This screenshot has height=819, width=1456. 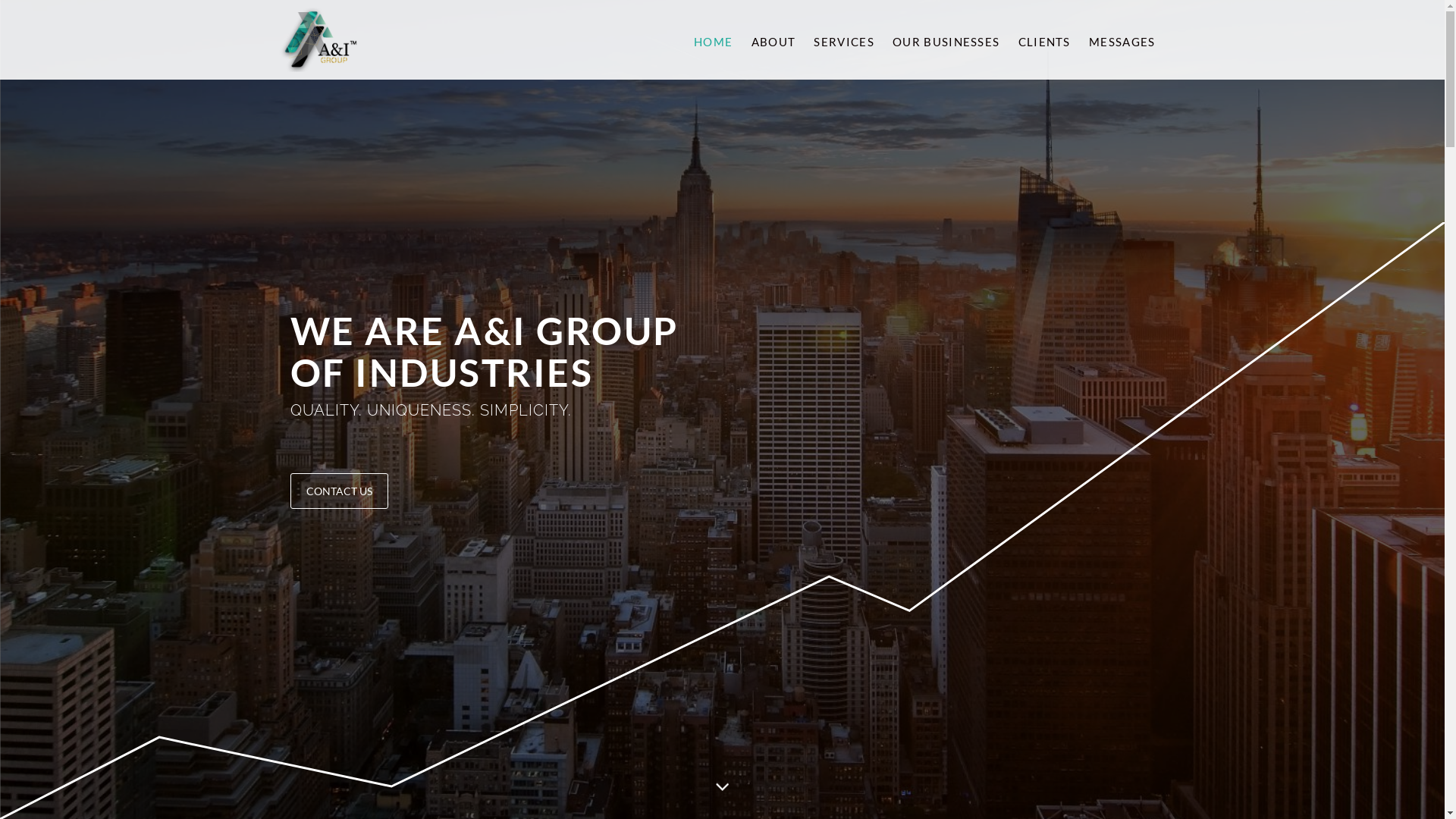 I want to click on ' MESSAGES', so click(x=1077, y=39).